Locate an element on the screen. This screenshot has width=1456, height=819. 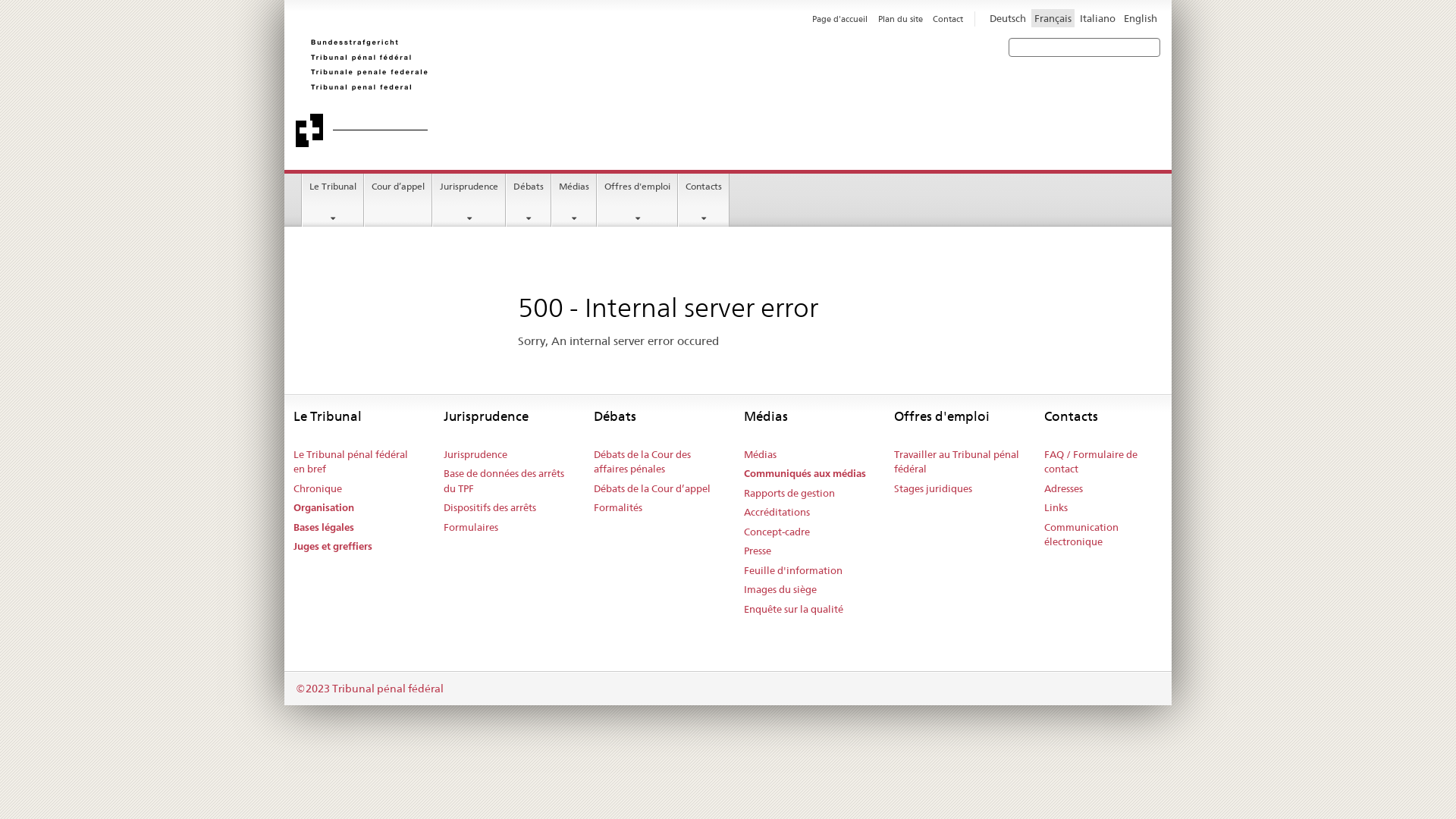
'Contact' is located at coordinates (946, 18).